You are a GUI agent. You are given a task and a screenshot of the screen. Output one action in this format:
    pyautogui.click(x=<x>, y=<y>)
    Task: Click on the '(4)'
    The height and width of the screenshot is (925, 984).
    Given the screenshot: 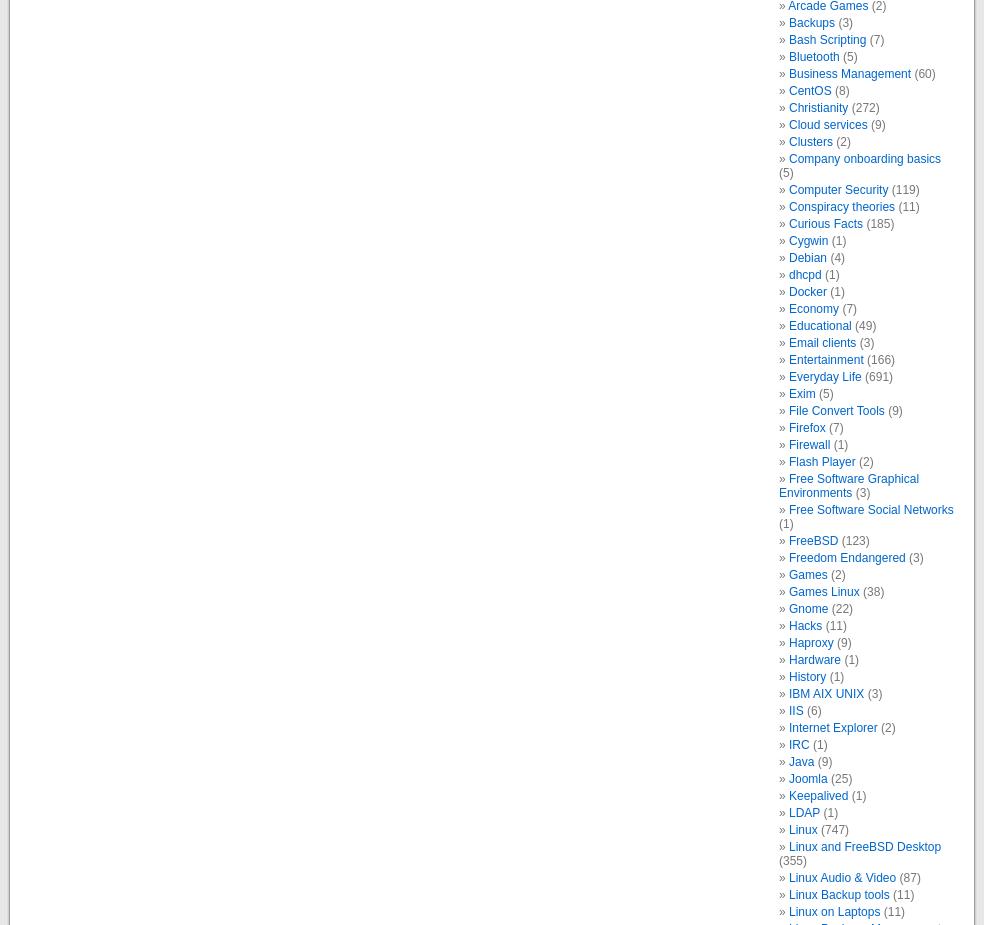 What is the action you would take?
    pyautogui.click(x=835, y=256)
    